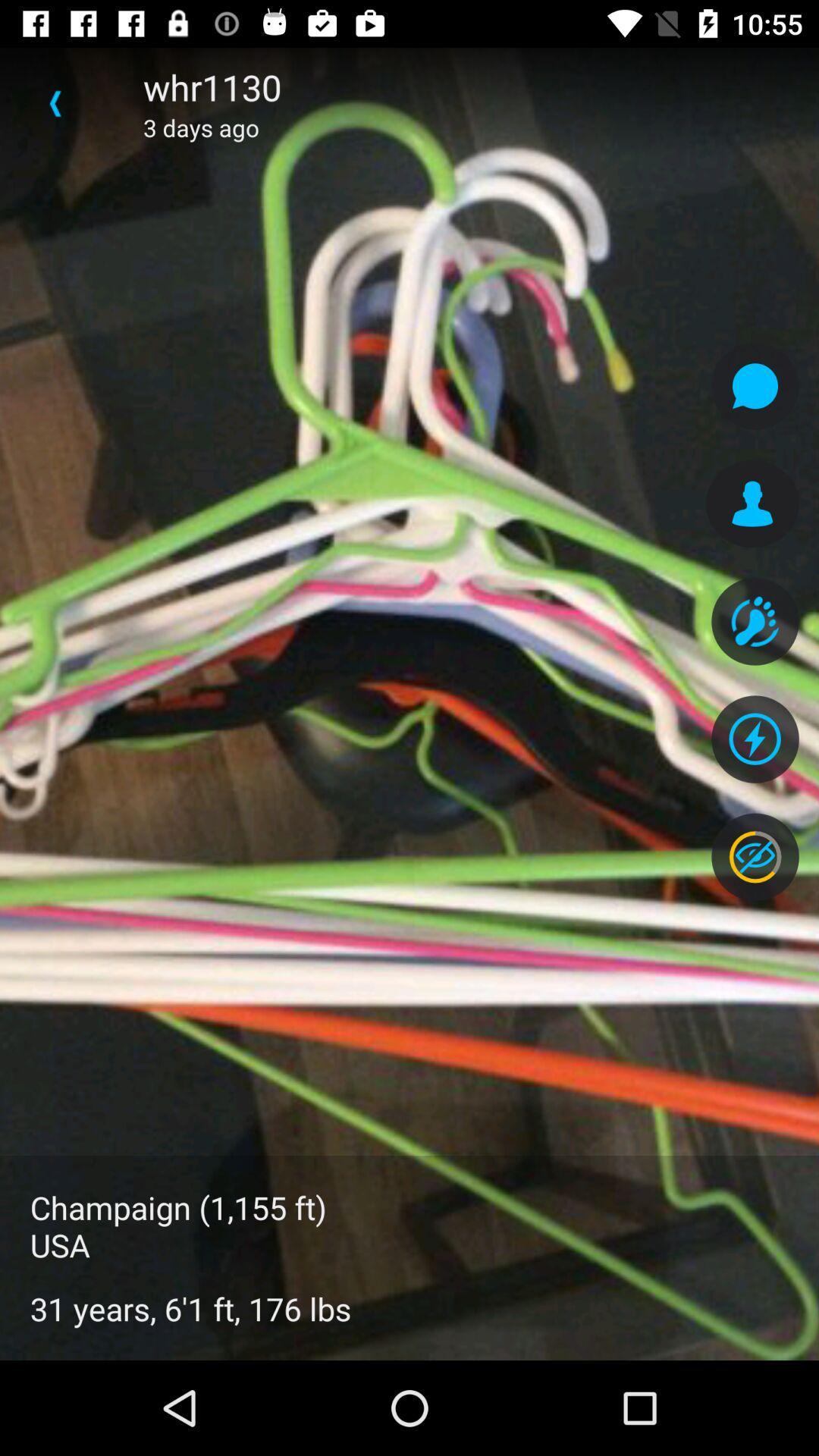  Describe the element at coordinates (55, 102) in the screenshot. I see `icon next to whr1130` at that location.